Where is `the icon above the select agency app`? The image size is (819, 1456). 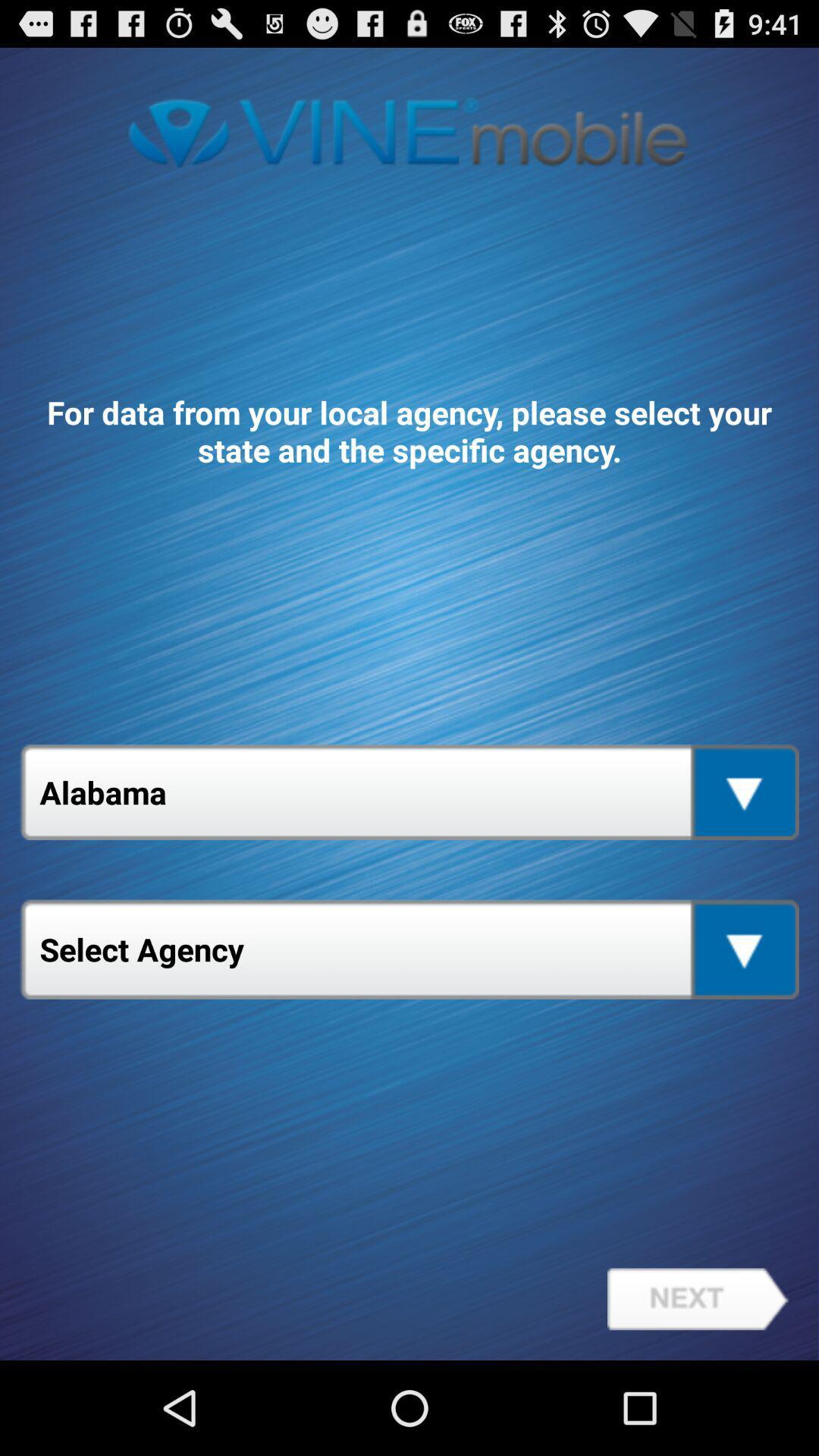 the icon above the select agency app is located at coordinates (409, 791).